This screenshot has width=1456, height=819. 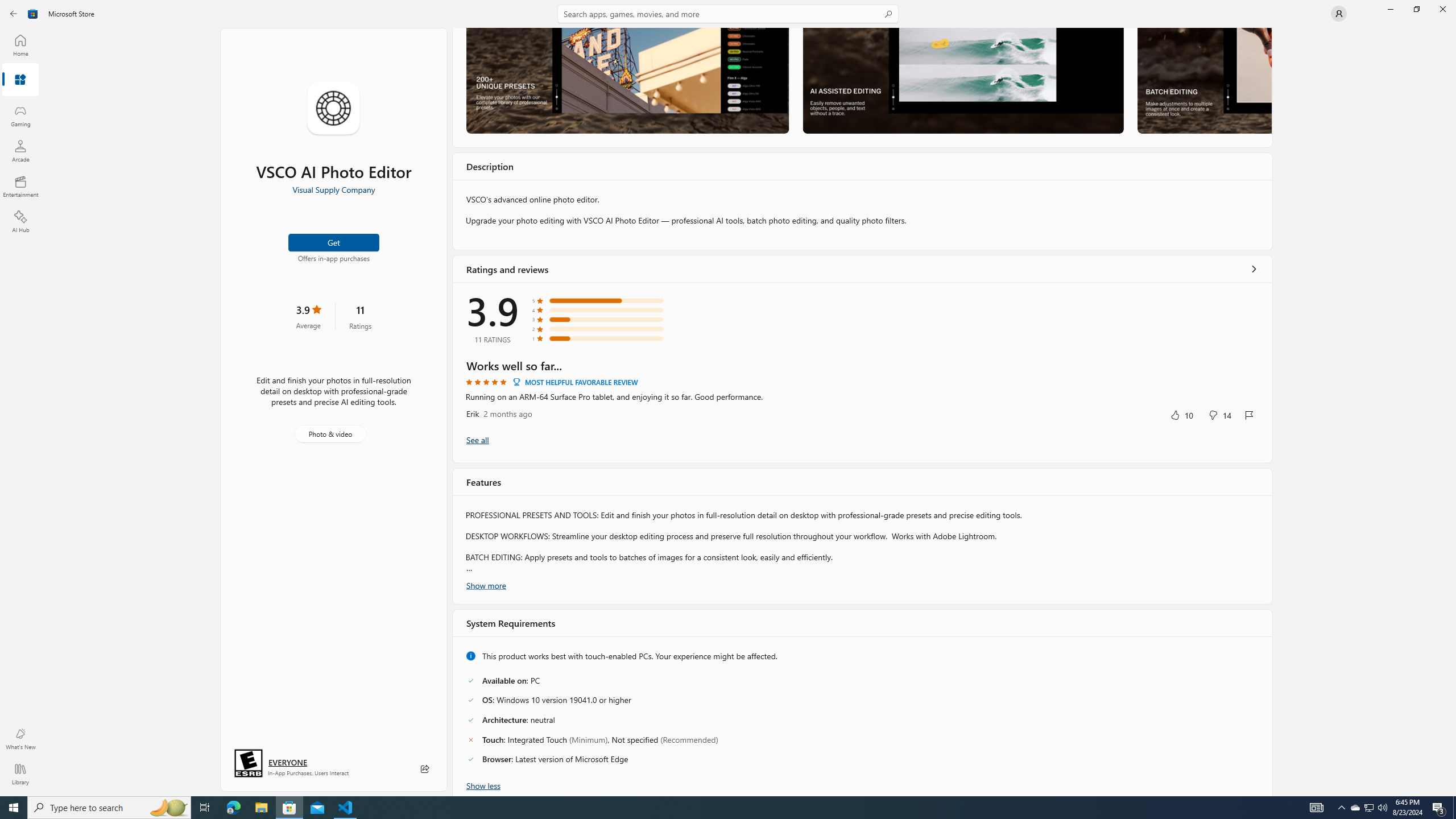 I want to click on 'Get', so click(x=334, y=242).